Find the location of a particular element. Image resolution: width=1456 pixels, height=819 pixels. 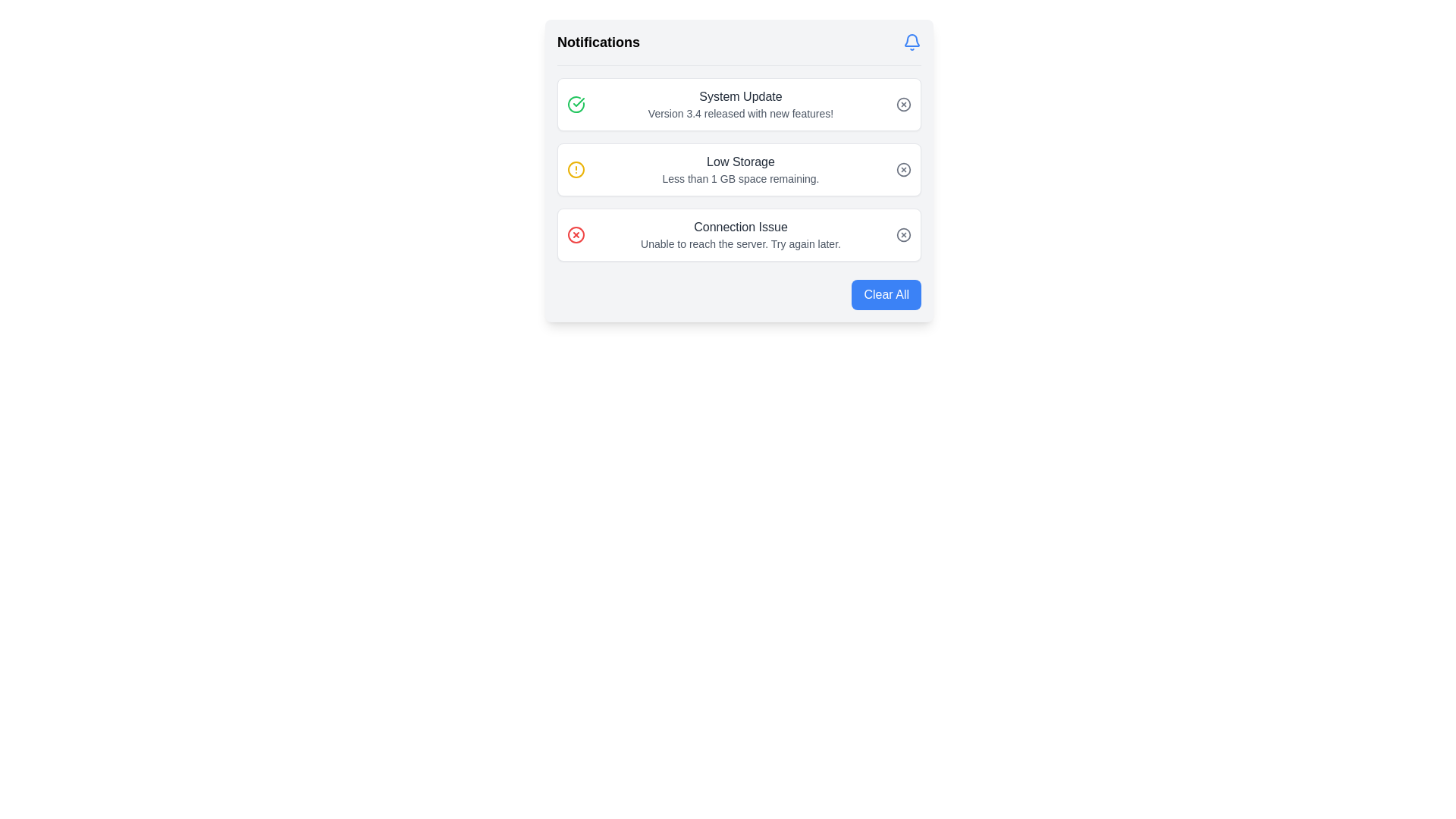

the 'Low Storage' static text label element, which is displayed in a medium-size gray font within a notification card, located in the second row of notifications is located at coordinates (741, 162).